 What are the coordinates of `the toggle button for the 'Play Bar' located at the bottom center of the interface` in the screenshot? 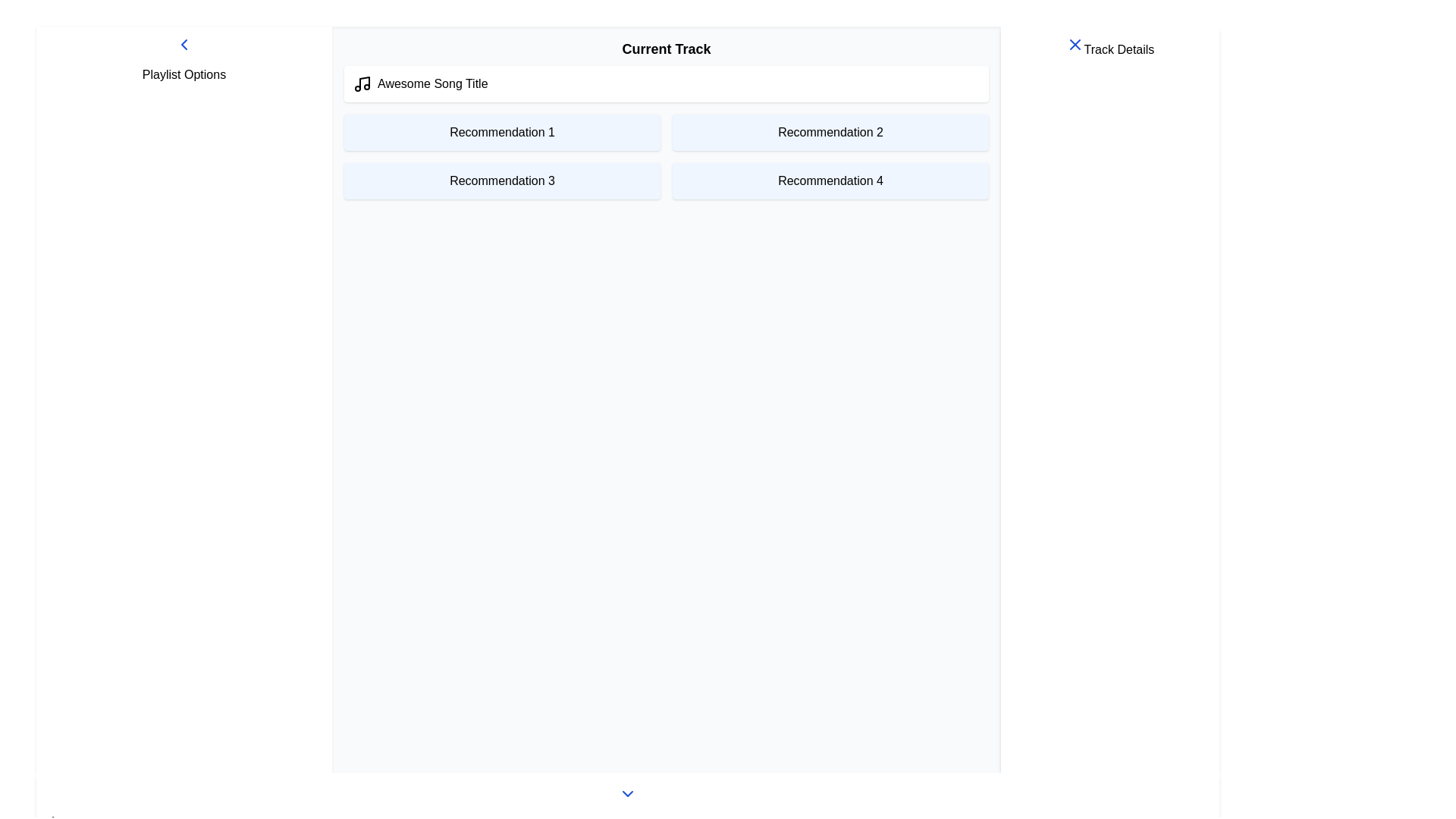 It's located at (628, 792).